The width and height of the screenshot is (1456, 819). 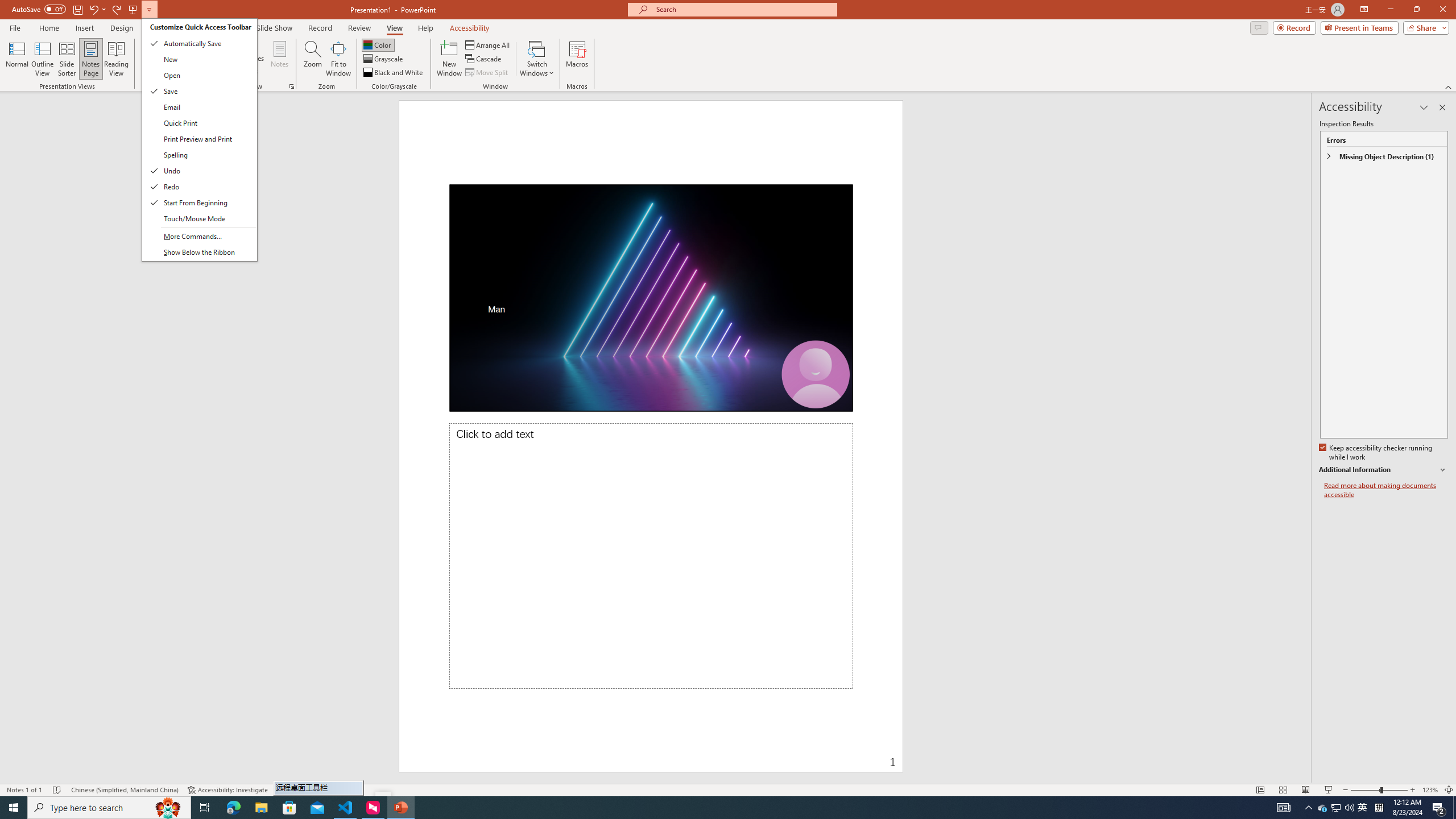 I want to click on 'Arrange All', so click(x=487, y=44).